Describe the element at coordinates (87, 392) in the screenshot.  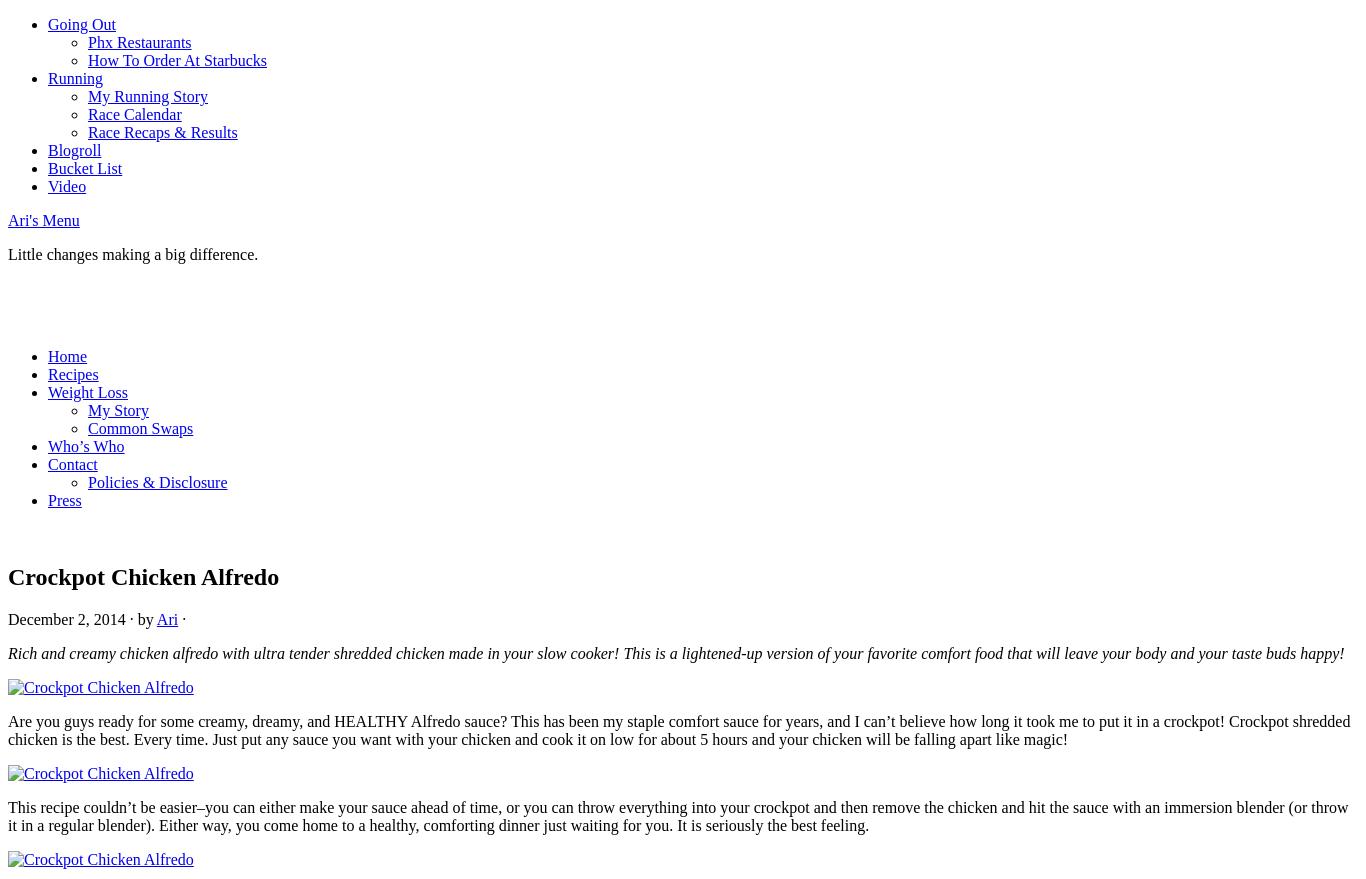
I see `'Weight Loss'` at that location.